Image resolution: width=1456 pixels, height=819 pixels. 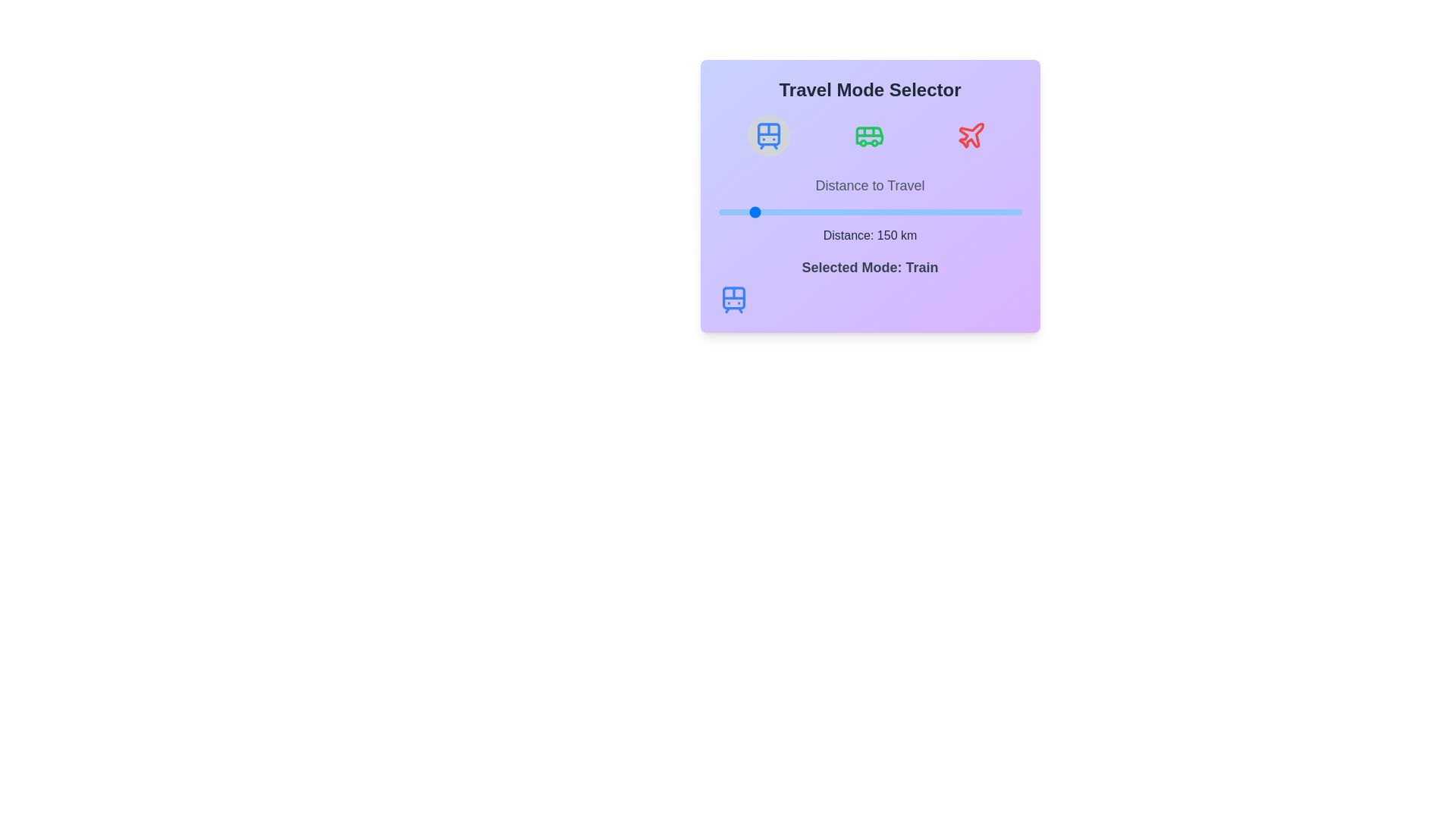 I want to click on the icon to select the travel mode Train, so click(x=769, y=134).